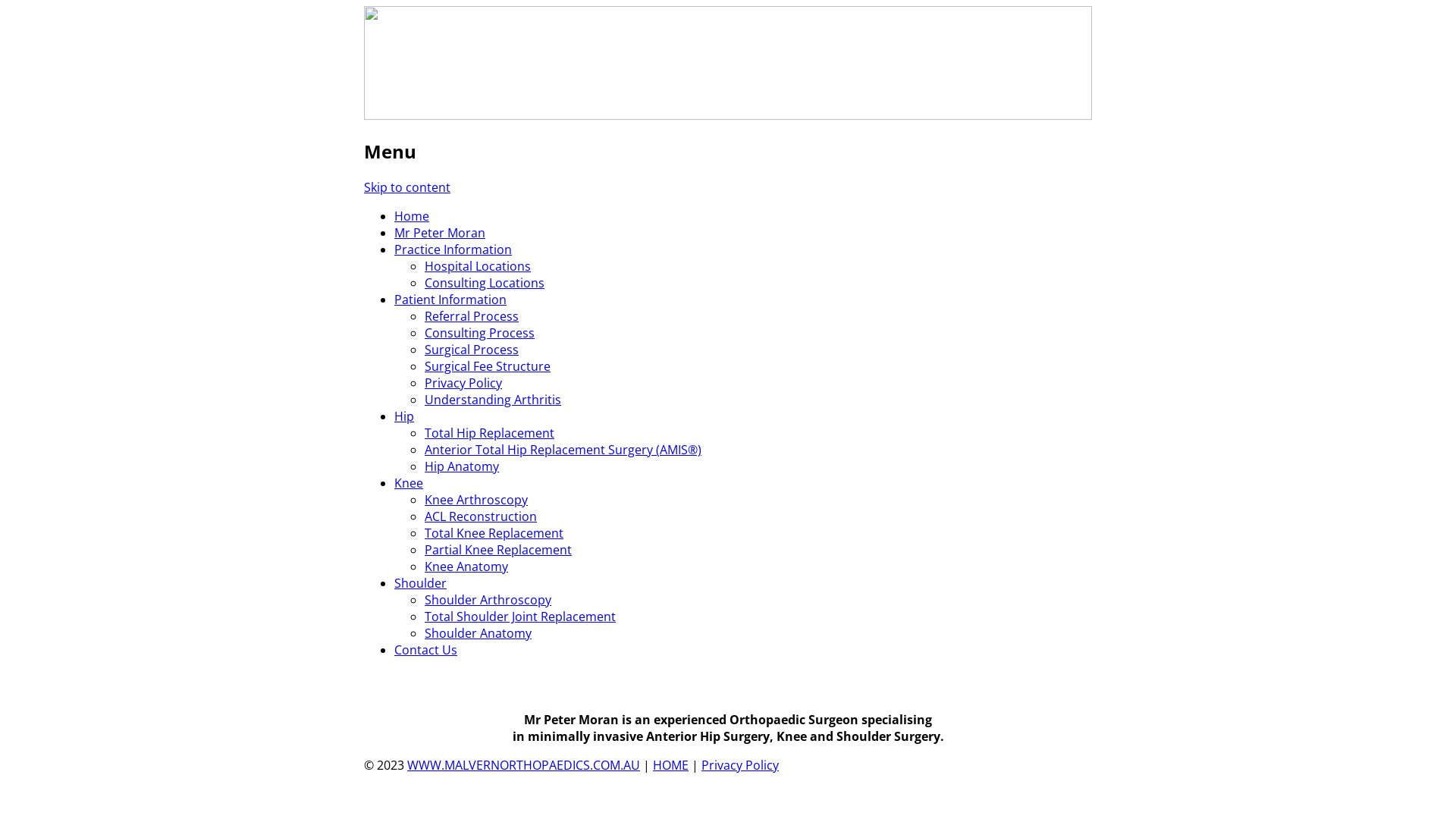  Describe the element at coordinates (471, 350) in the screenshot. I see `'Surgical Process'` at that location.